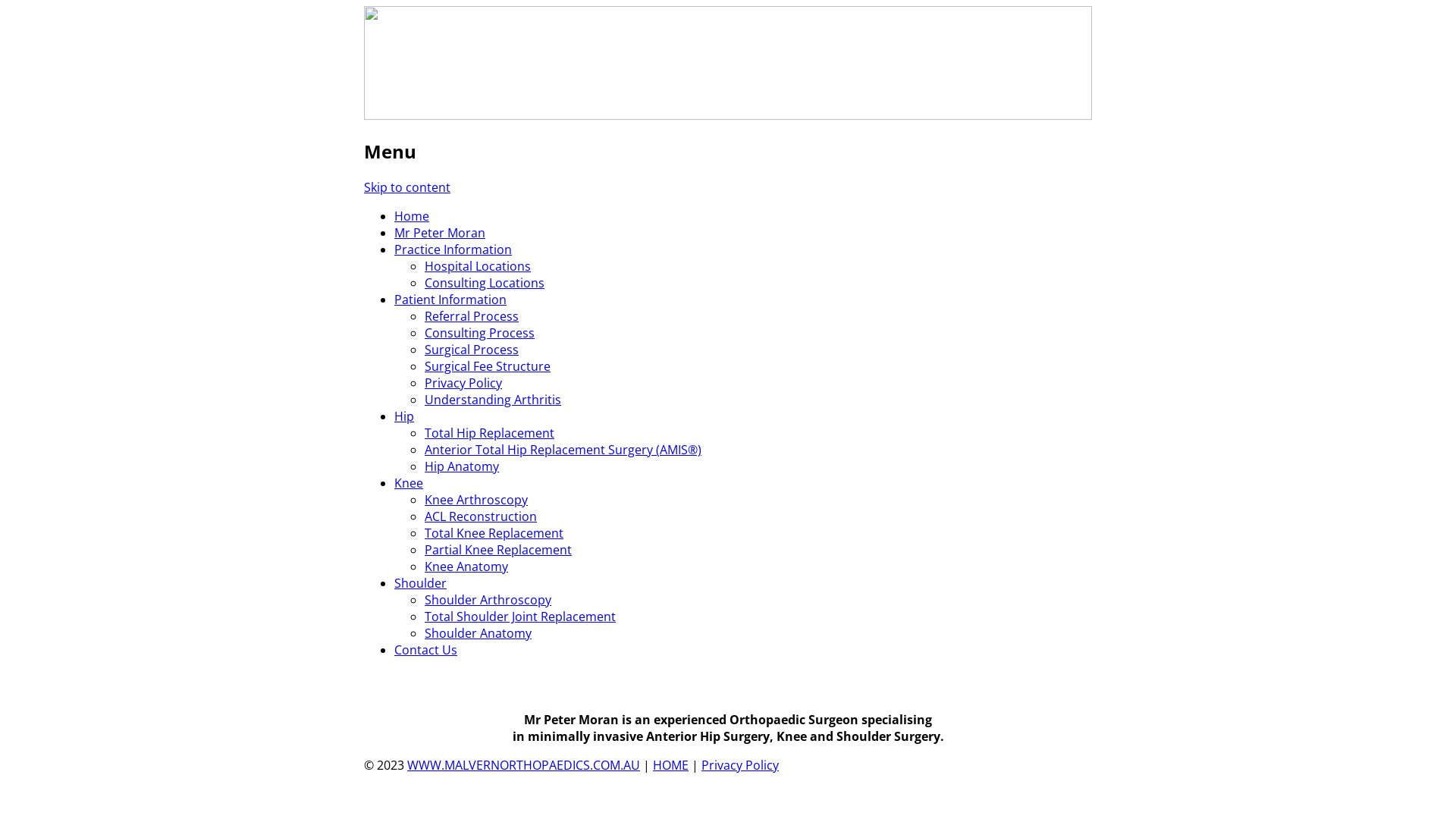  Describe the element at coordinates (471, 350) in the screenshot. I see `'Surgical Process'` at that location.